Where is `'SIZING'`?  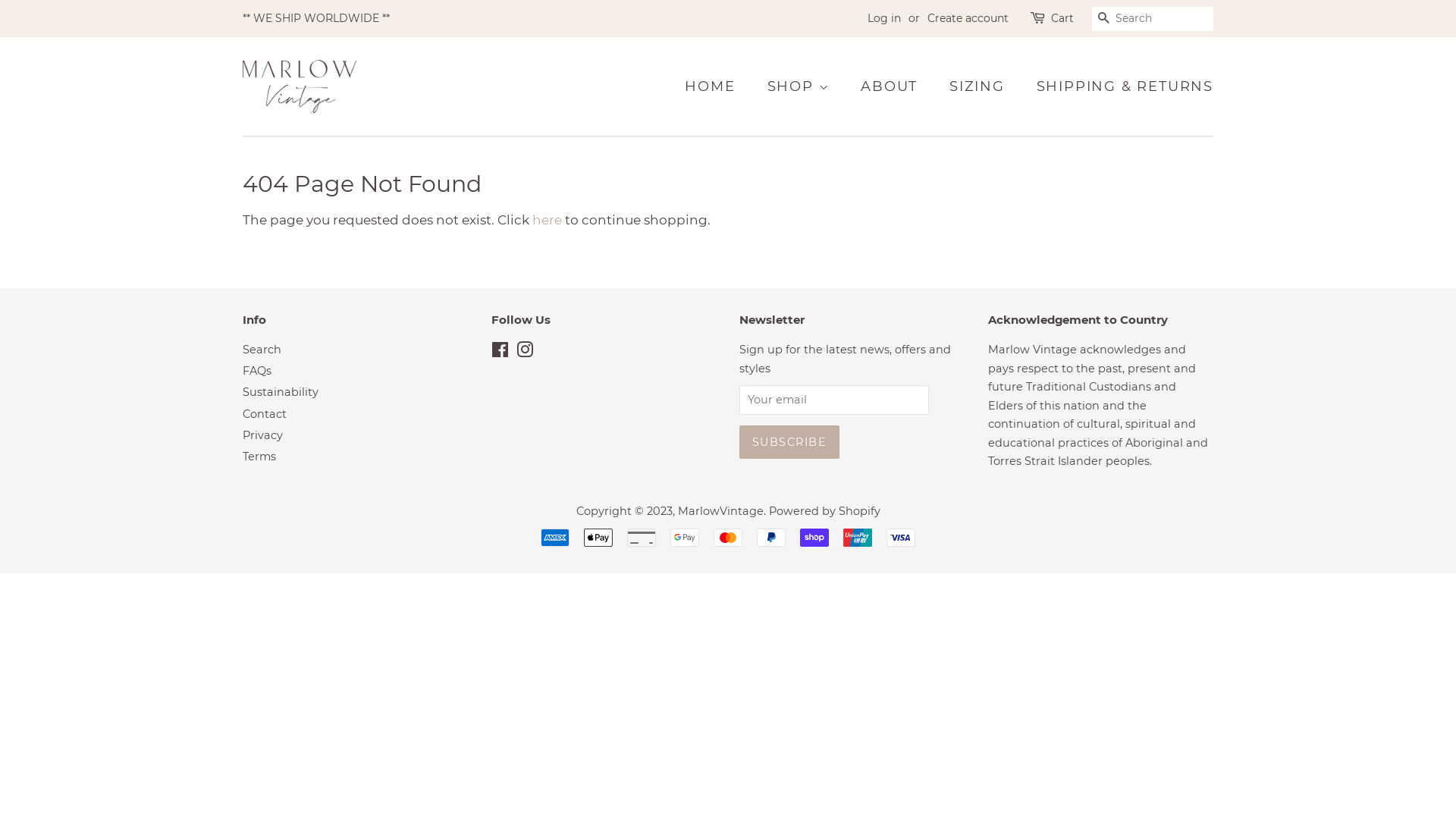 'SIZING' is located at coordinates (979, 86).